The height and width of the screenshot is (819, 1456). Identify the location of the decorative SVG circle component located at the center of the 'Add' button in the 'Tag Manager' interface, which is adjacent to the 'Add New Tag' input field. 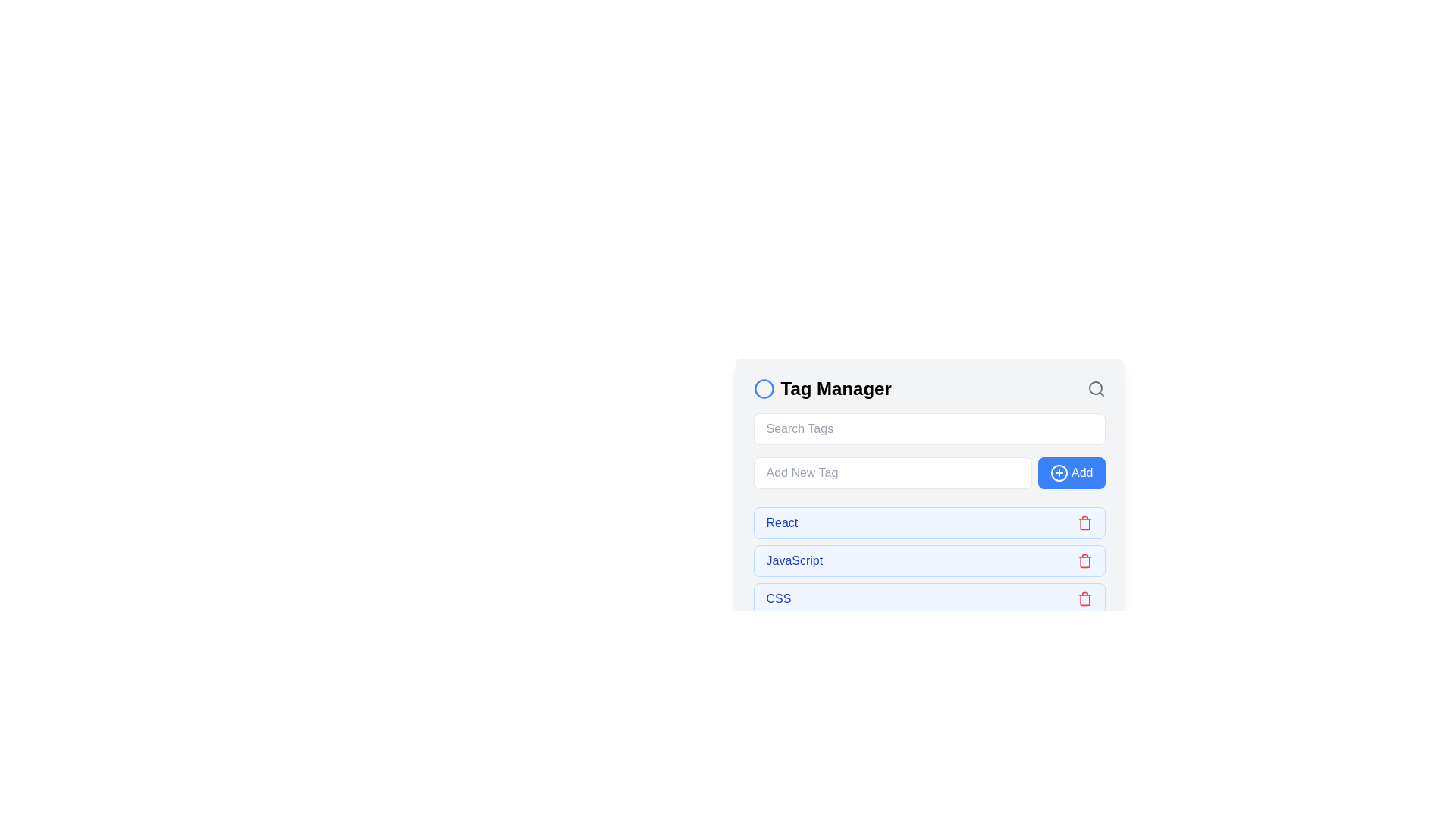
(1058, 472).